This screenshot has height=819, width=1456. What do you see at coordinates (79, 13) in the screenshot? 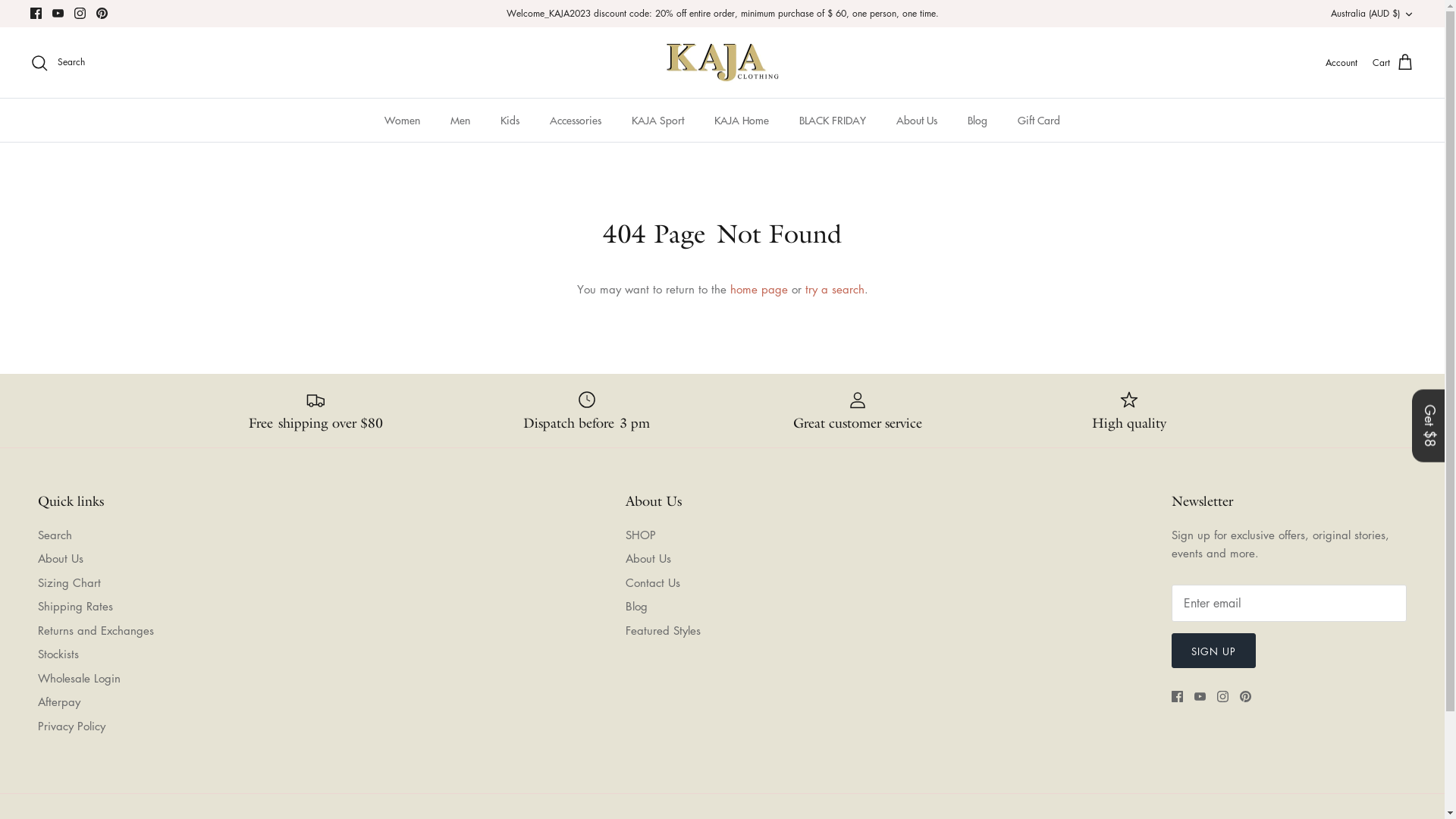
I see `'Instagram'` at bounding box center [79, 13].